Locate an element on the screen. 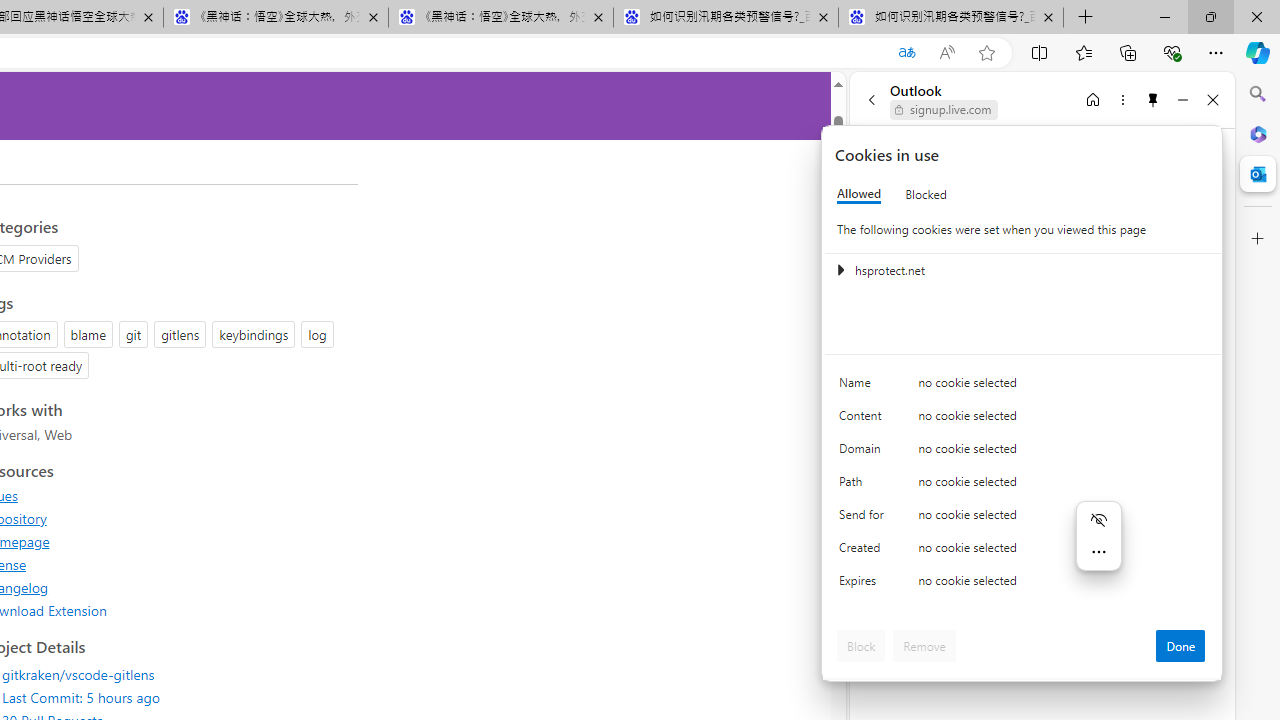  'Mini menu on text selection' is located at coordinates (1097, 548).